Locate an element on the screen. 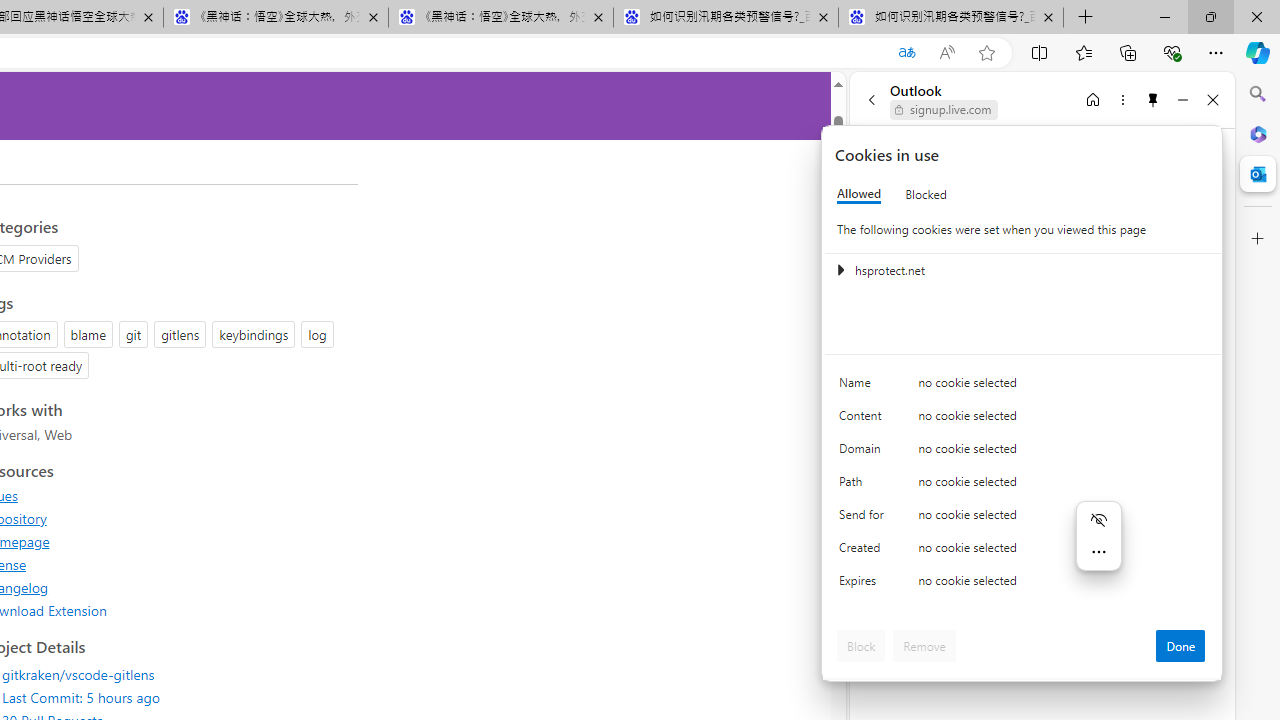  'Mini menu on text selection' is located at coordinates (1097, 548).